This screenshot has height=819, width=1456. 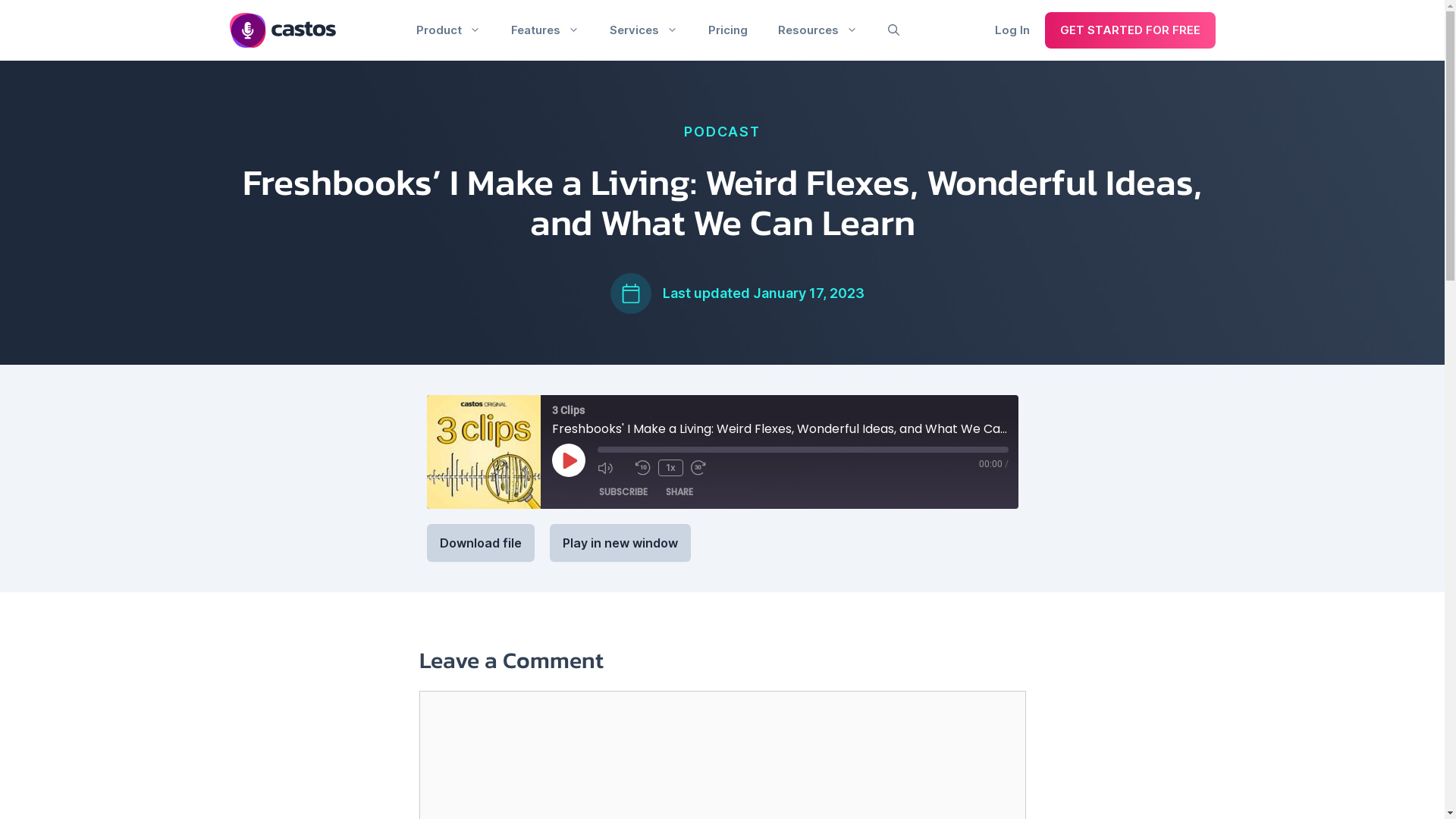 What do you see at coordinates (802, 449) in the screenshot?
I see `'Seek'` at bounding box center [802, 449].